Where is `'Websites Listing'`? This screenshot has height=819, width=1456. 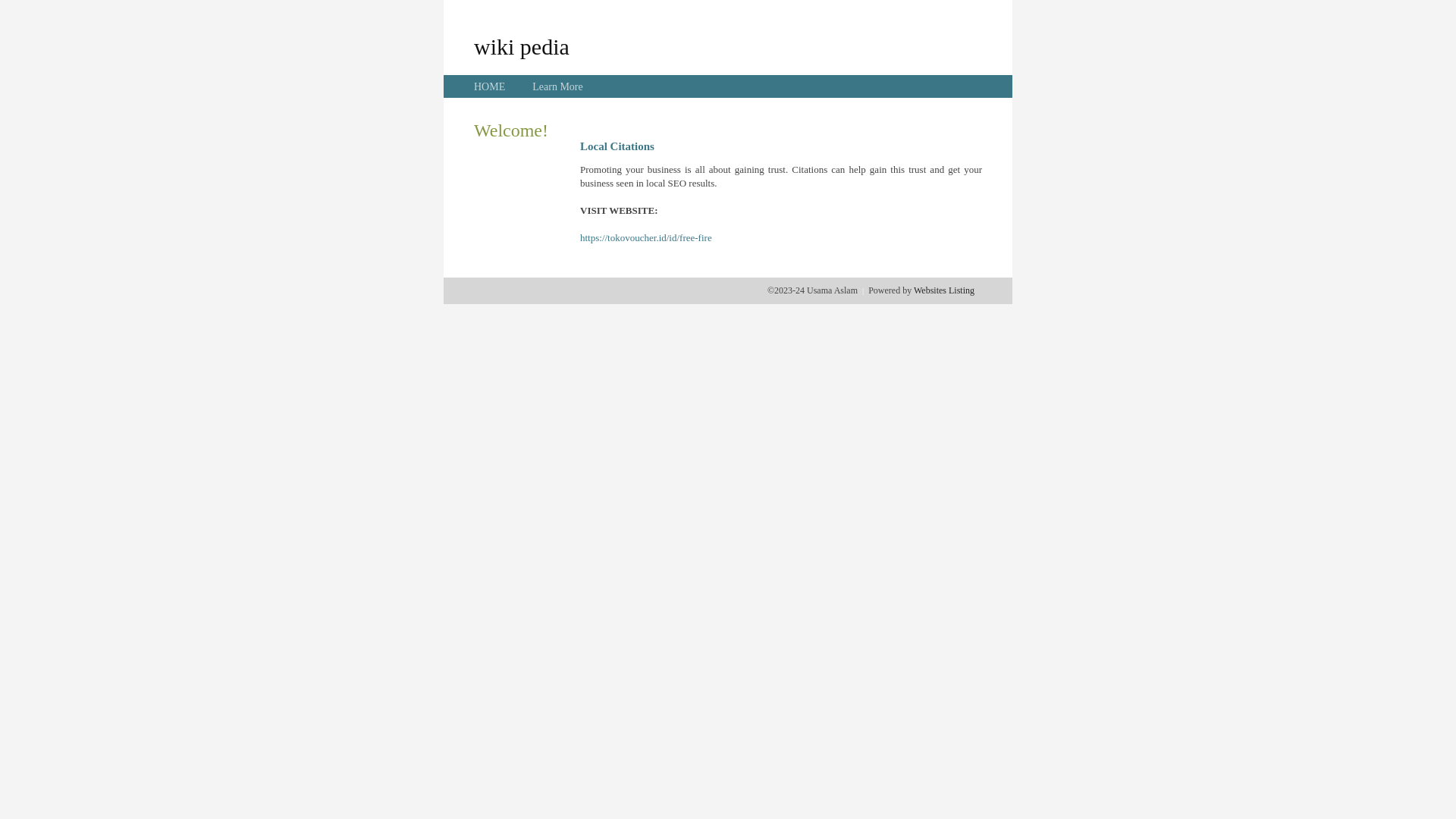 'Websites Listing' is located at coordinates (943, 290).